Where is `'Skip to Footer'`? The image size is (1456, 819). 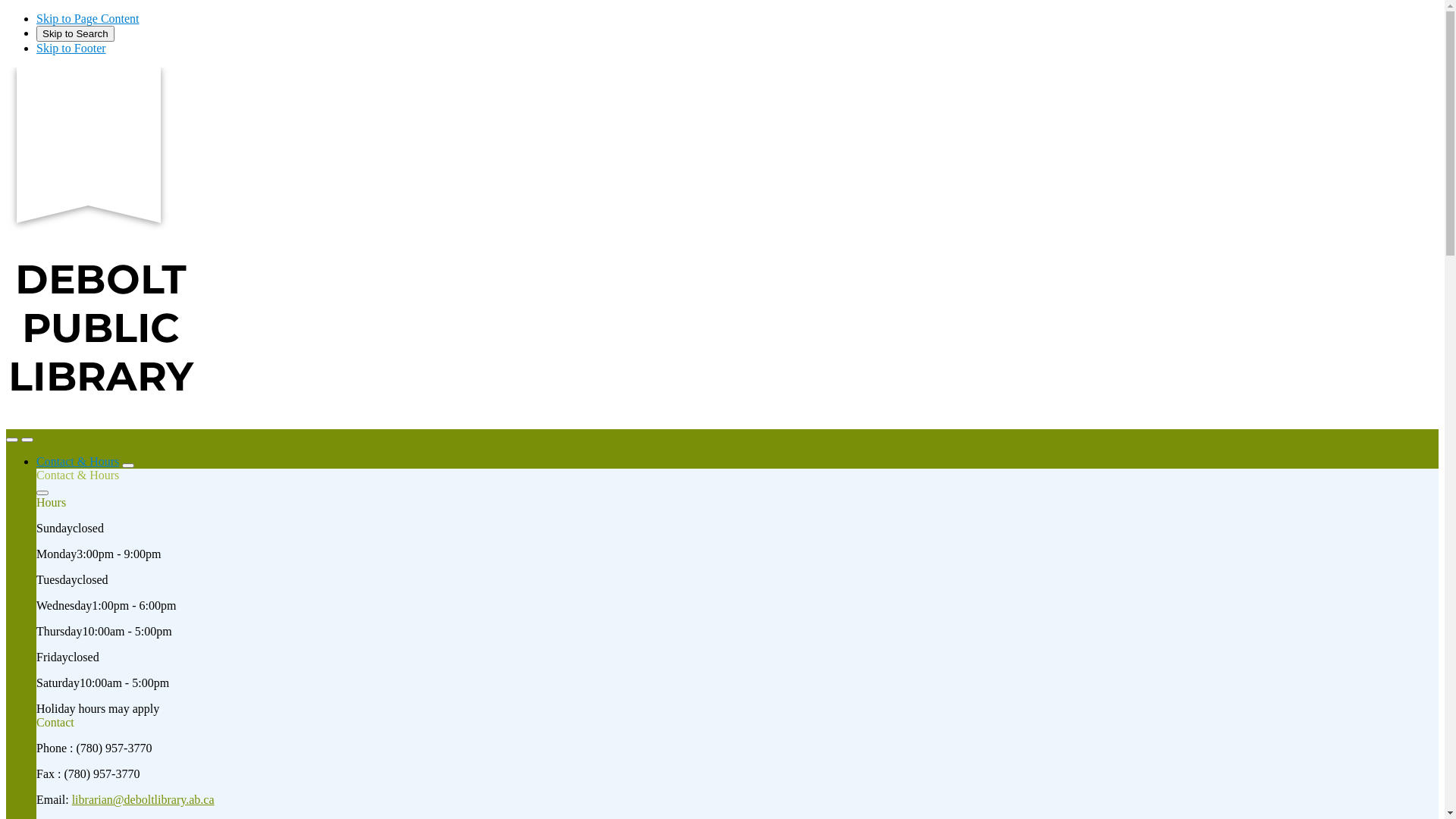
'Skip to Footer' is located at coordinates (71, 47).